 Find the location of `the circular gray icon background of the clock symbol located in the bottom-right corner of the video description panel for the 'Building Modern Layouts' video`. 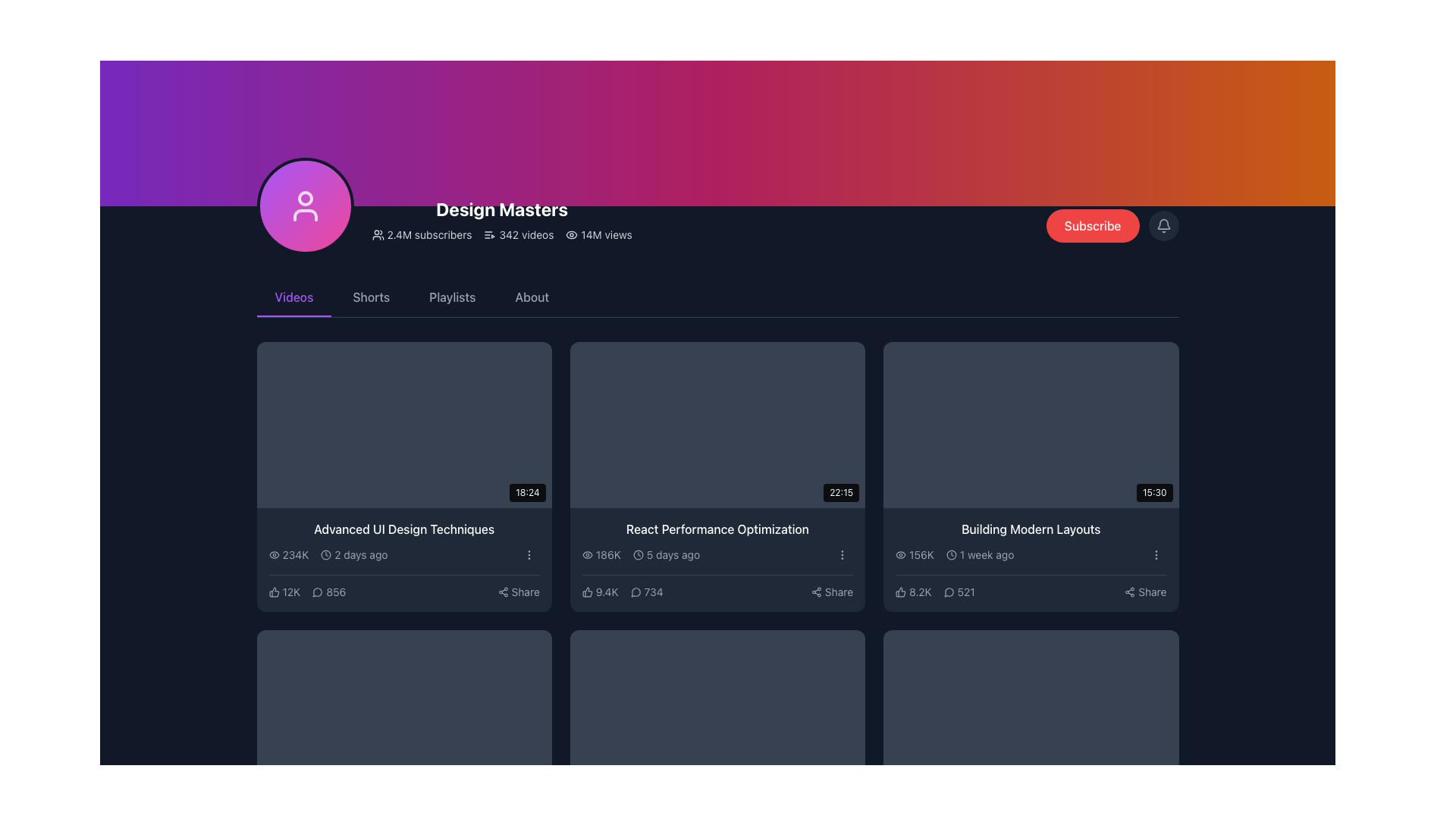

the circular gray icon background of the clock symbol located in the bottom-right corner of the video description panel for the 'Building Modern Layouts' video is located at coordinates (950, 555).